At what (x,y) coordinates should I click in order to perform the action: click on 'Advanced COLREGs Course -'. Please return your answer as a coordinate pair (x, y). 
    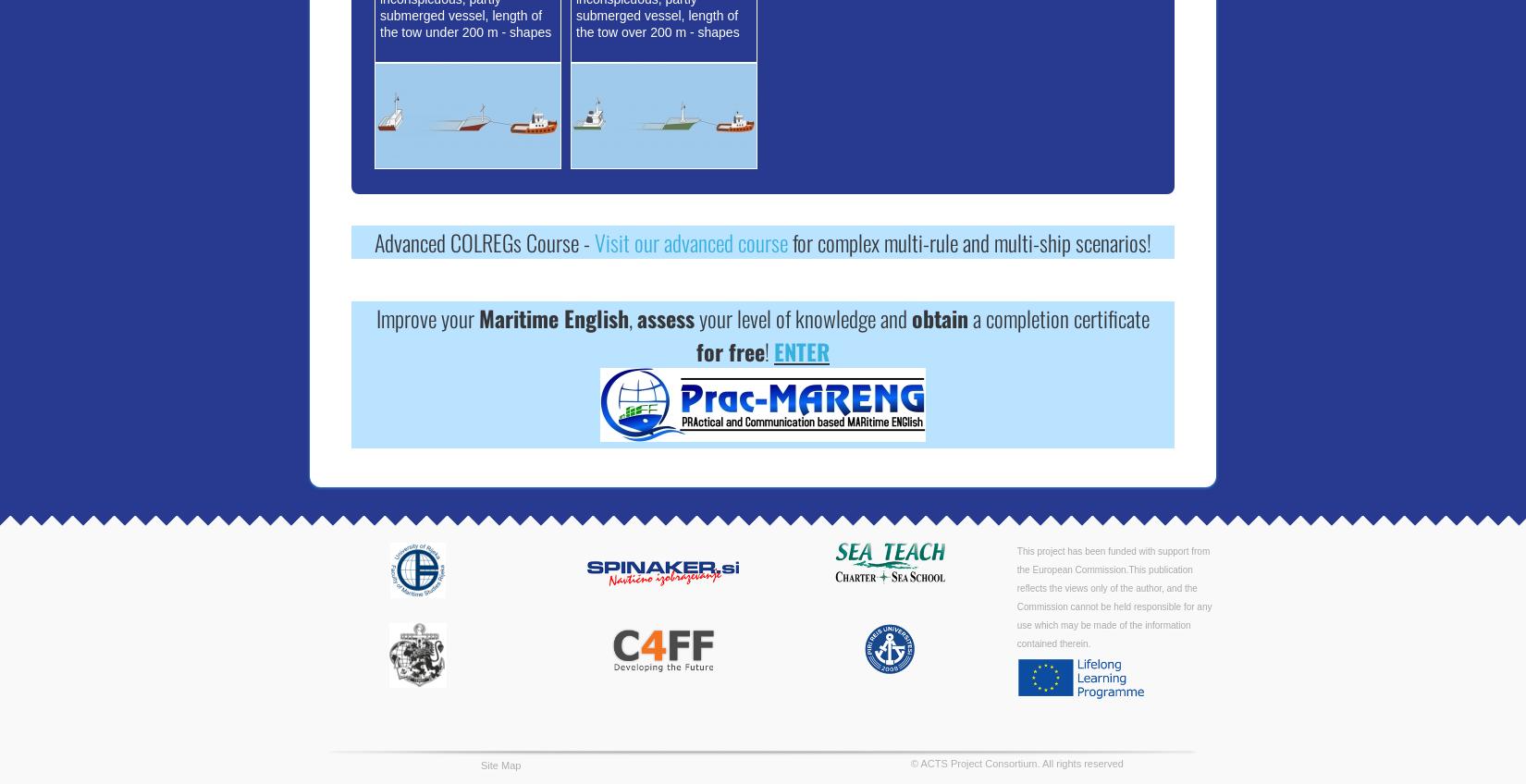
    Looking at the image, I should click on (484, 241).